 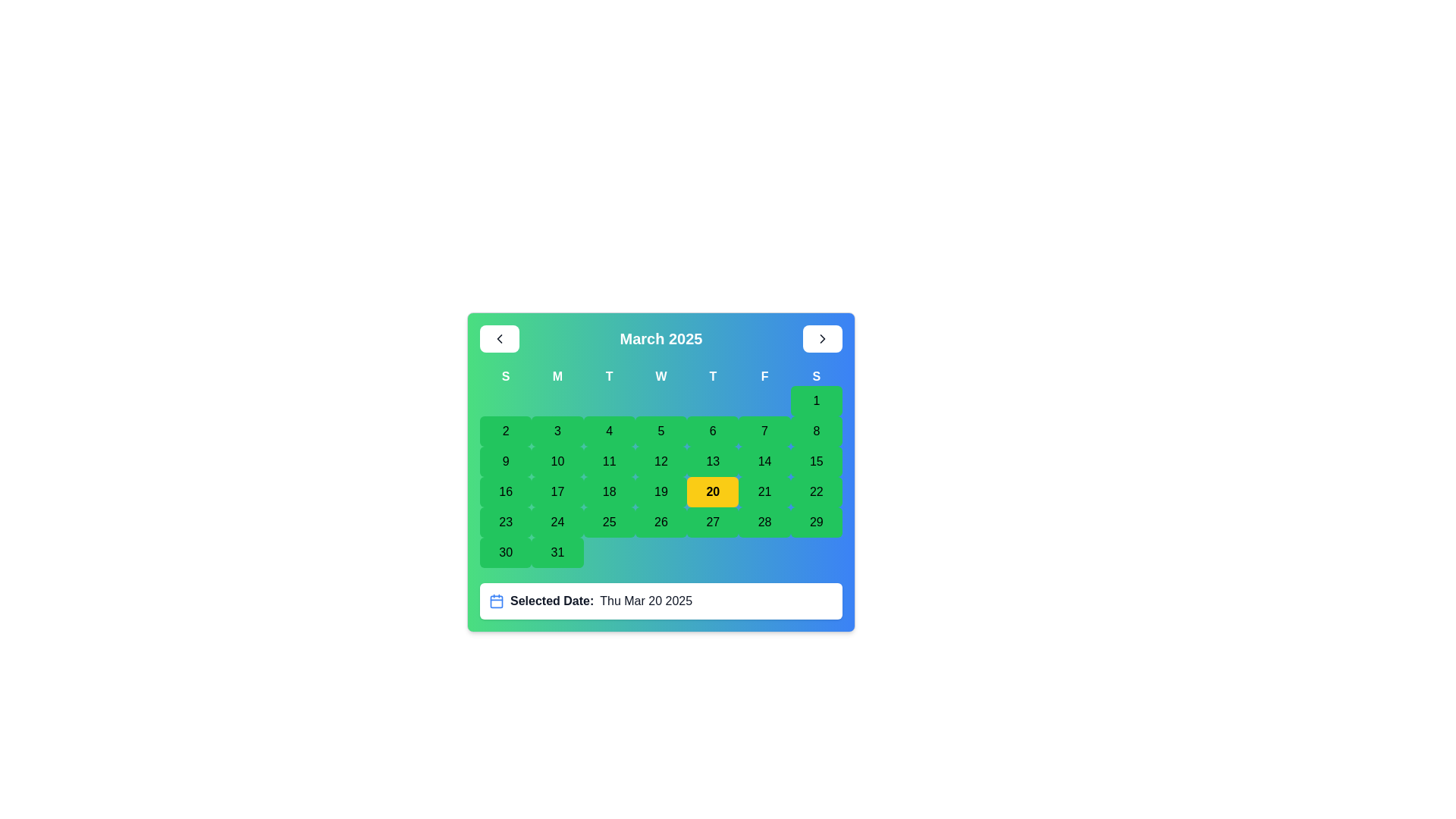 What do you see at coordinates (764, 461) in the screenshot?
I see `the Button labeled '14' in the calendar grid layout` at bounding box center [764, 461].